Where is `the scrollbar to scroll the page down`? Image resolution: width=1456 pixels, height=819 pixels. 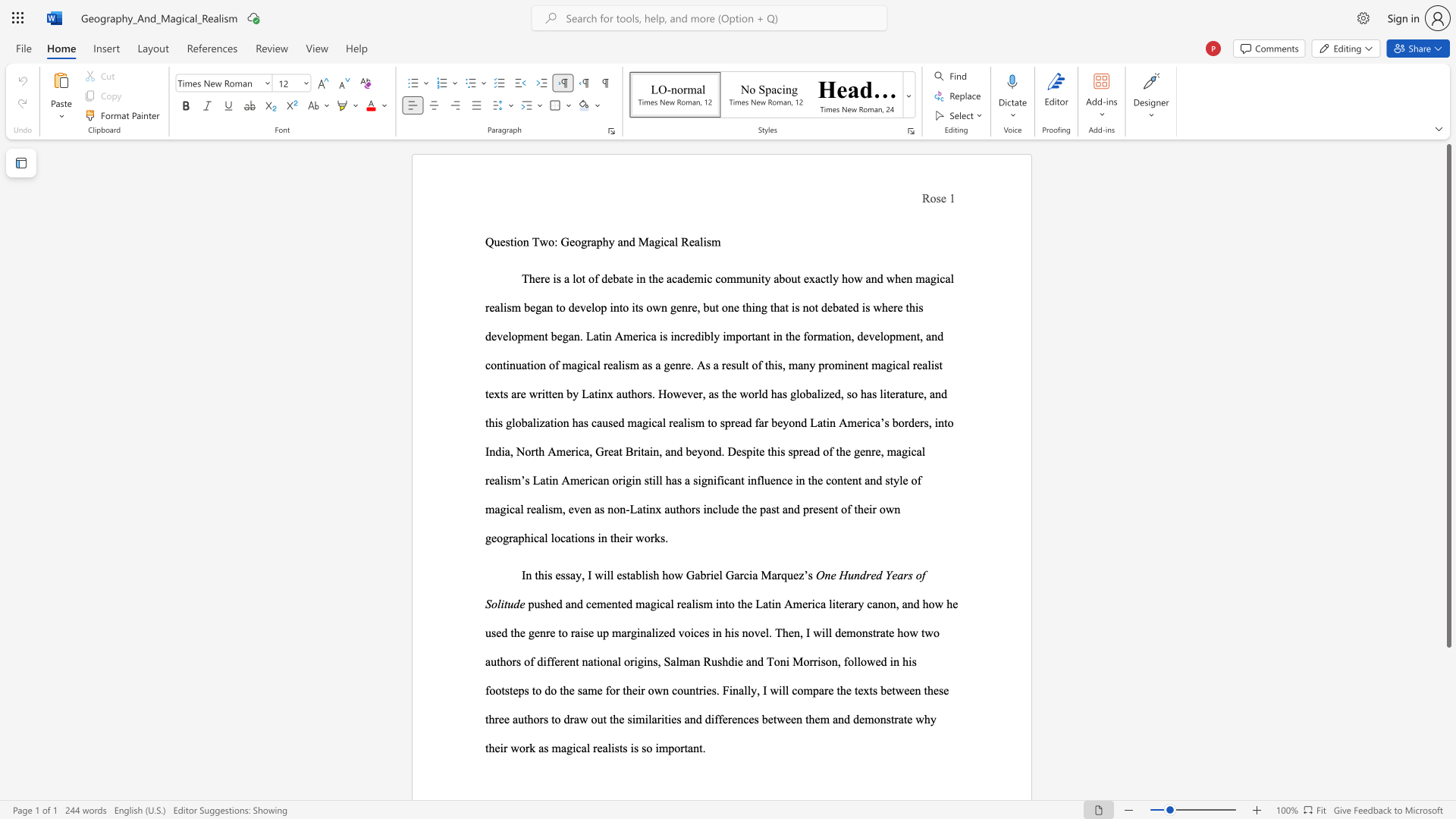 the scrollbar to scroll the page down is located at coordinates (1448, 713).